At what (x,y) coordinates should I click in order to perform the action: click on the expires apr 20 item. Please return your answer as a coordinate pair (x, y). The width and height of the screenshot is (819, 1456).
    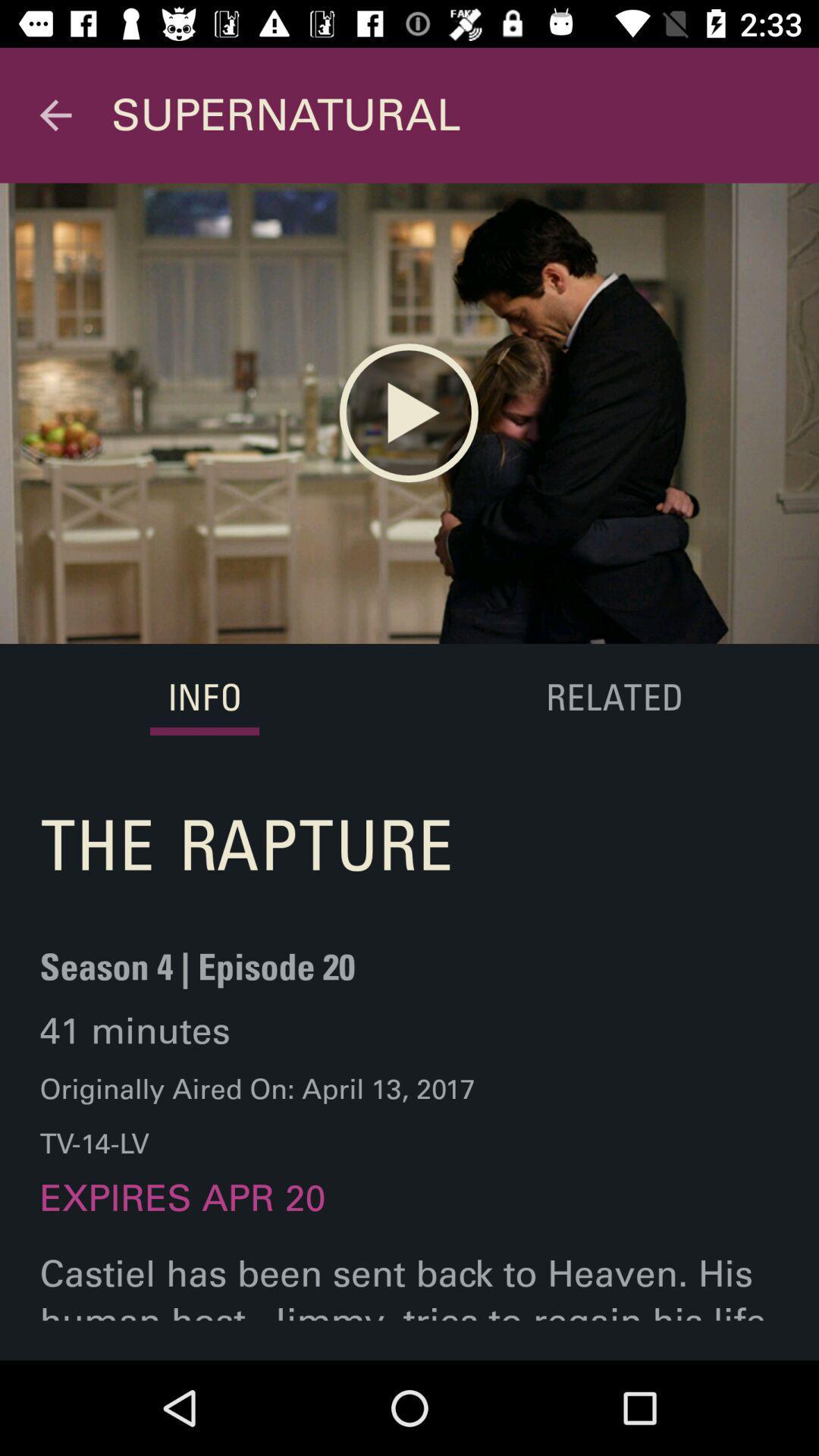
    Looking at the image, I should click on (182, 1213).